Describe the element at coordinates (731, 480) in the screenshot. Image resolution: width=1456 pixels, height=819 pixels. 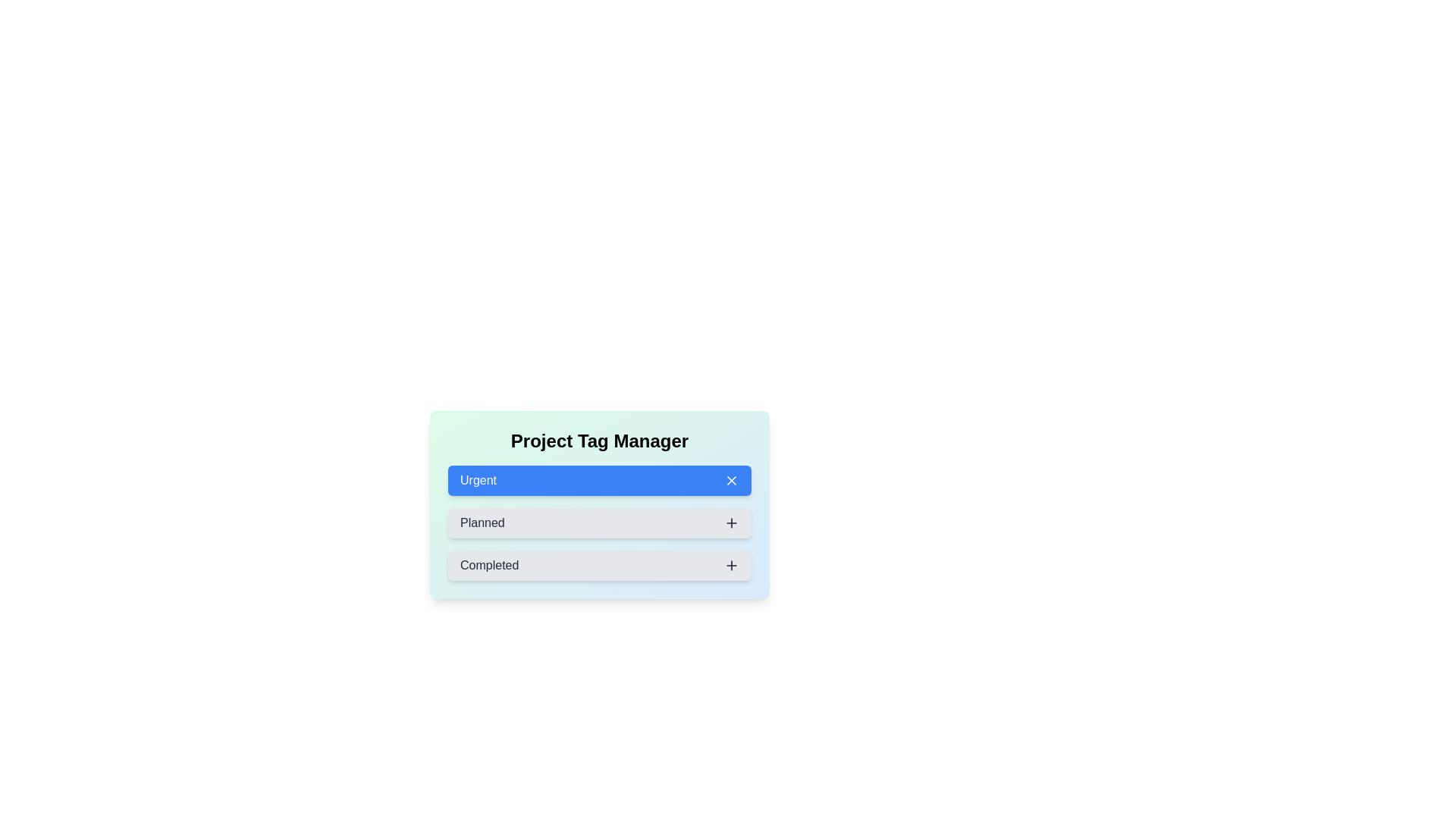
I see `the icon corresponding to Urgent to toggle its state` at that location.